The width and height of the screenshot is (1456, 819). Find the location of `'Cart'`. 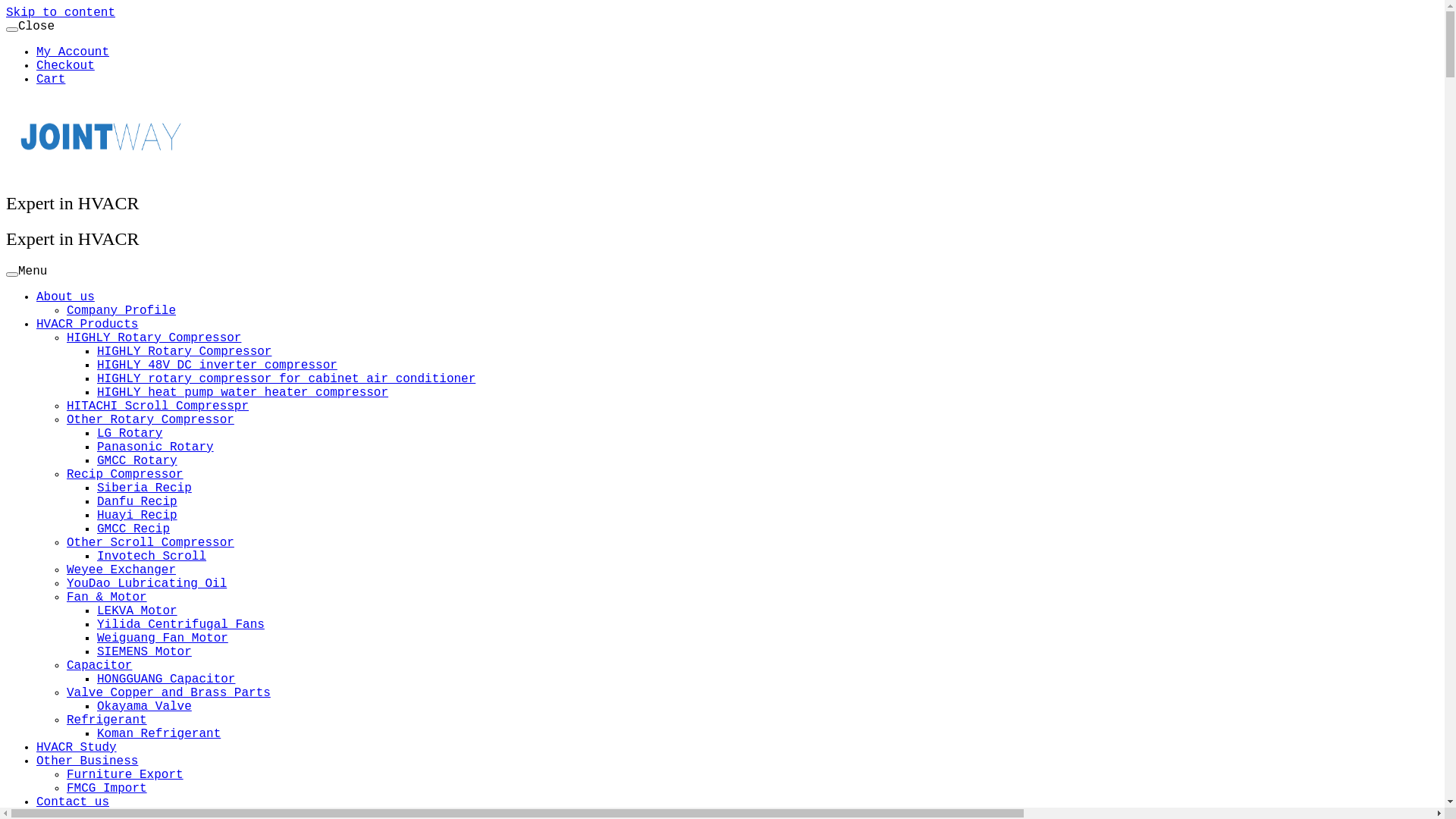

'Cart' is located at coordinates (51, 79).